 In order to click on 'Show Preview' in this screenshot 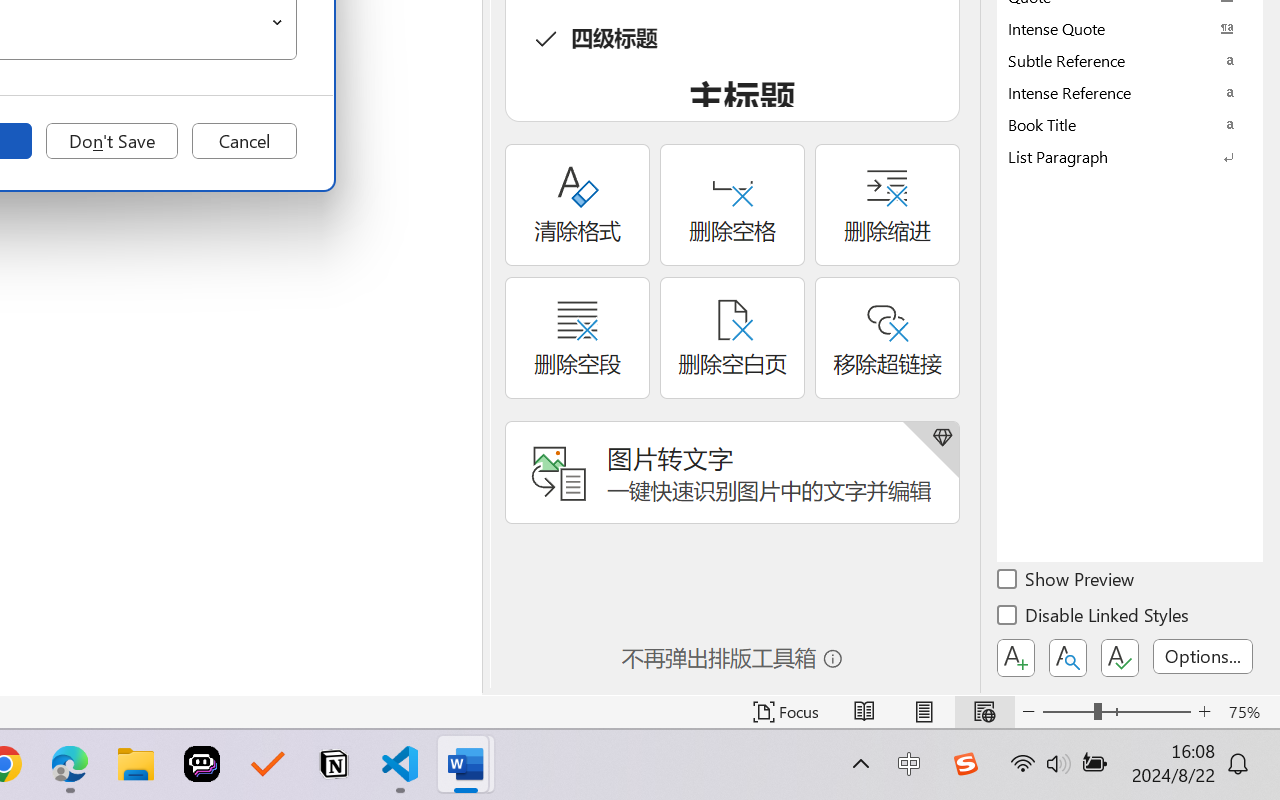, I will do `click(1066, 581)`.